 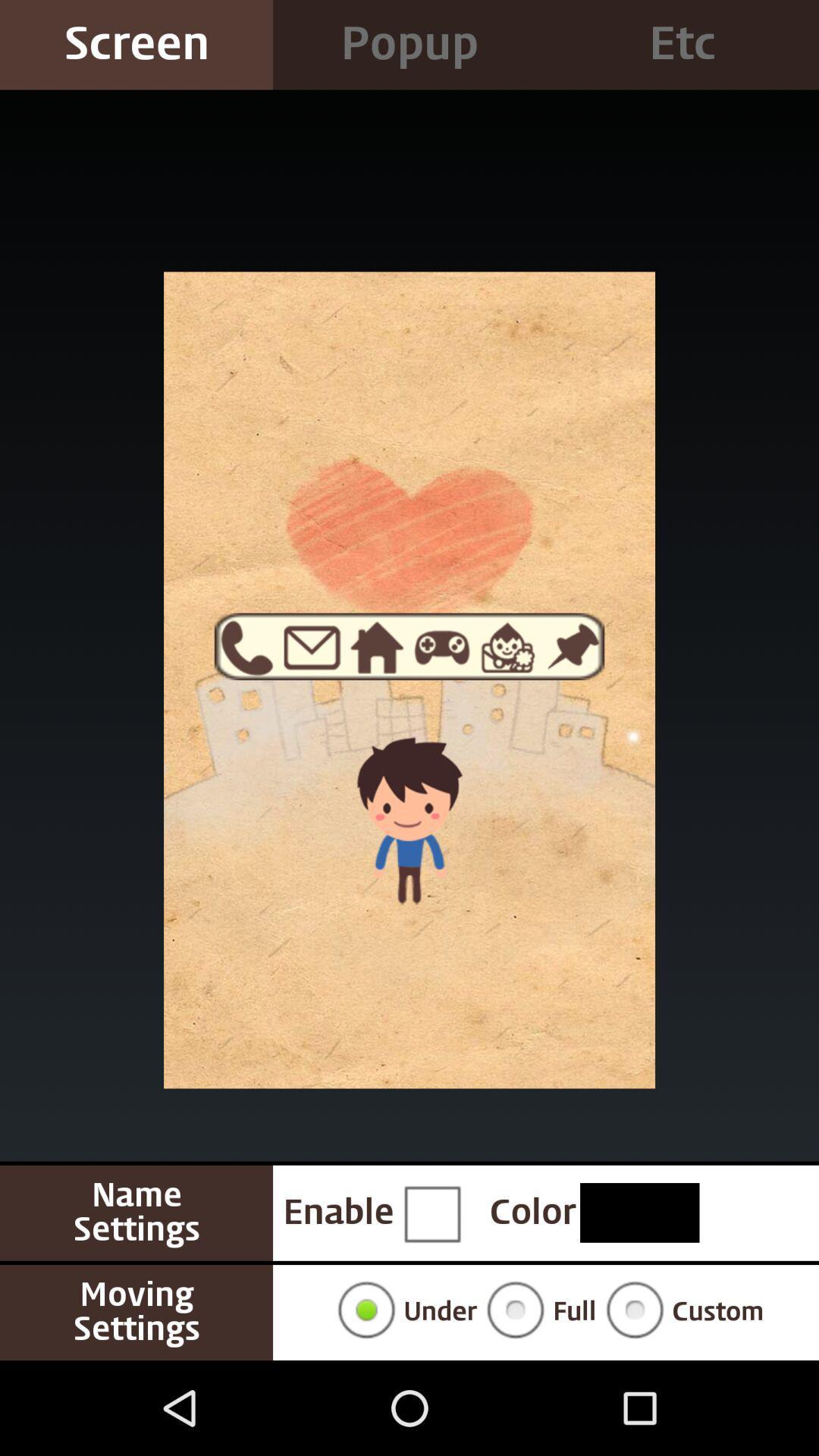 What do you see at coordinates (431, 1212) in the screenshot?
I see `to enable name` at bounding box center [431, 1212].